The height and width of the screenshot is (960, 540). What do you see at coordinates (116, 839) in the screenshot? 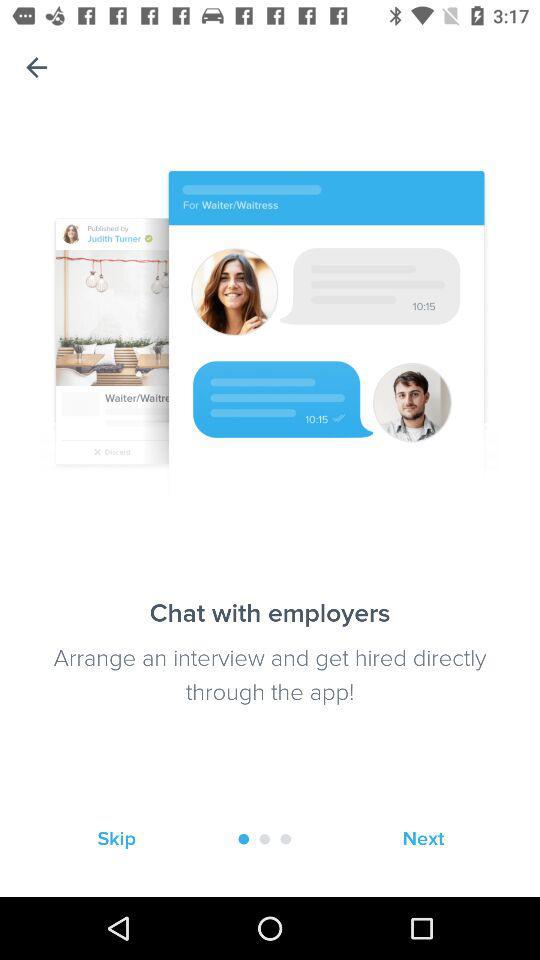
I see `the skip` at bounding box center [116, 839].